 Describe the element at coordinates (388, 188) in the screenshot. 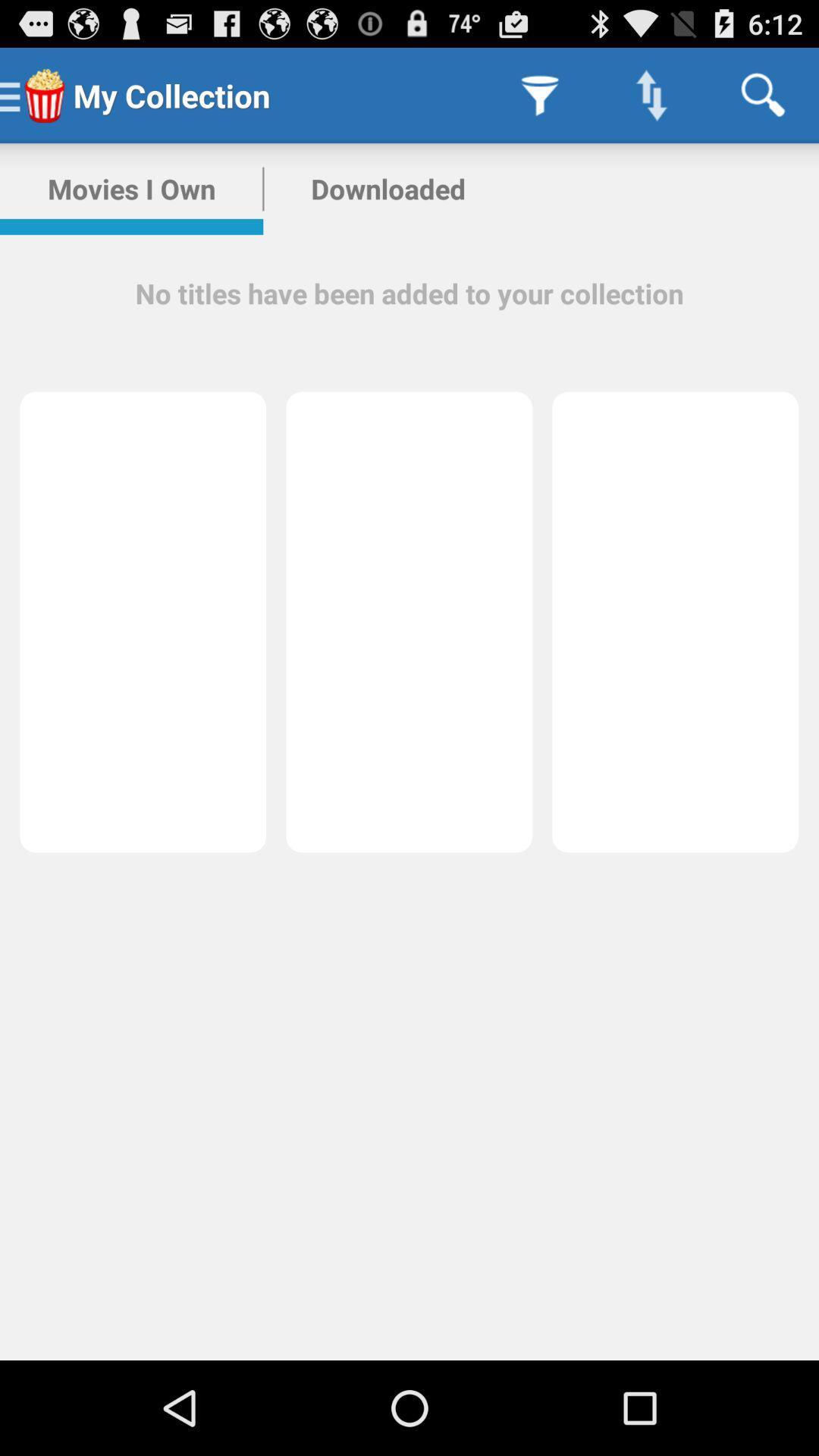

I see `downloaded app` at that location.